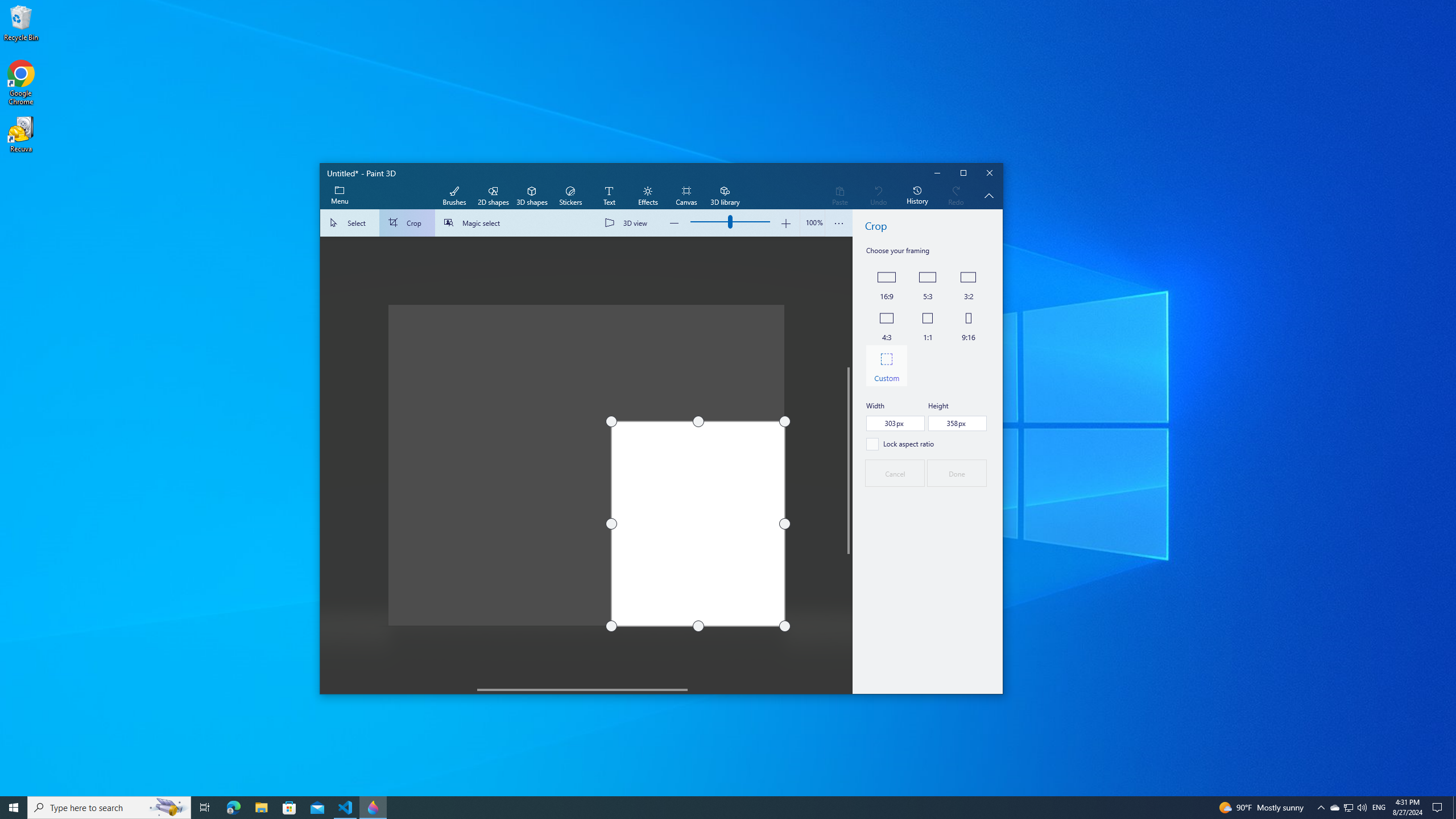 This screenshot has height=819, width=1456. I want to click on 'Hide description', so click(988, 196).